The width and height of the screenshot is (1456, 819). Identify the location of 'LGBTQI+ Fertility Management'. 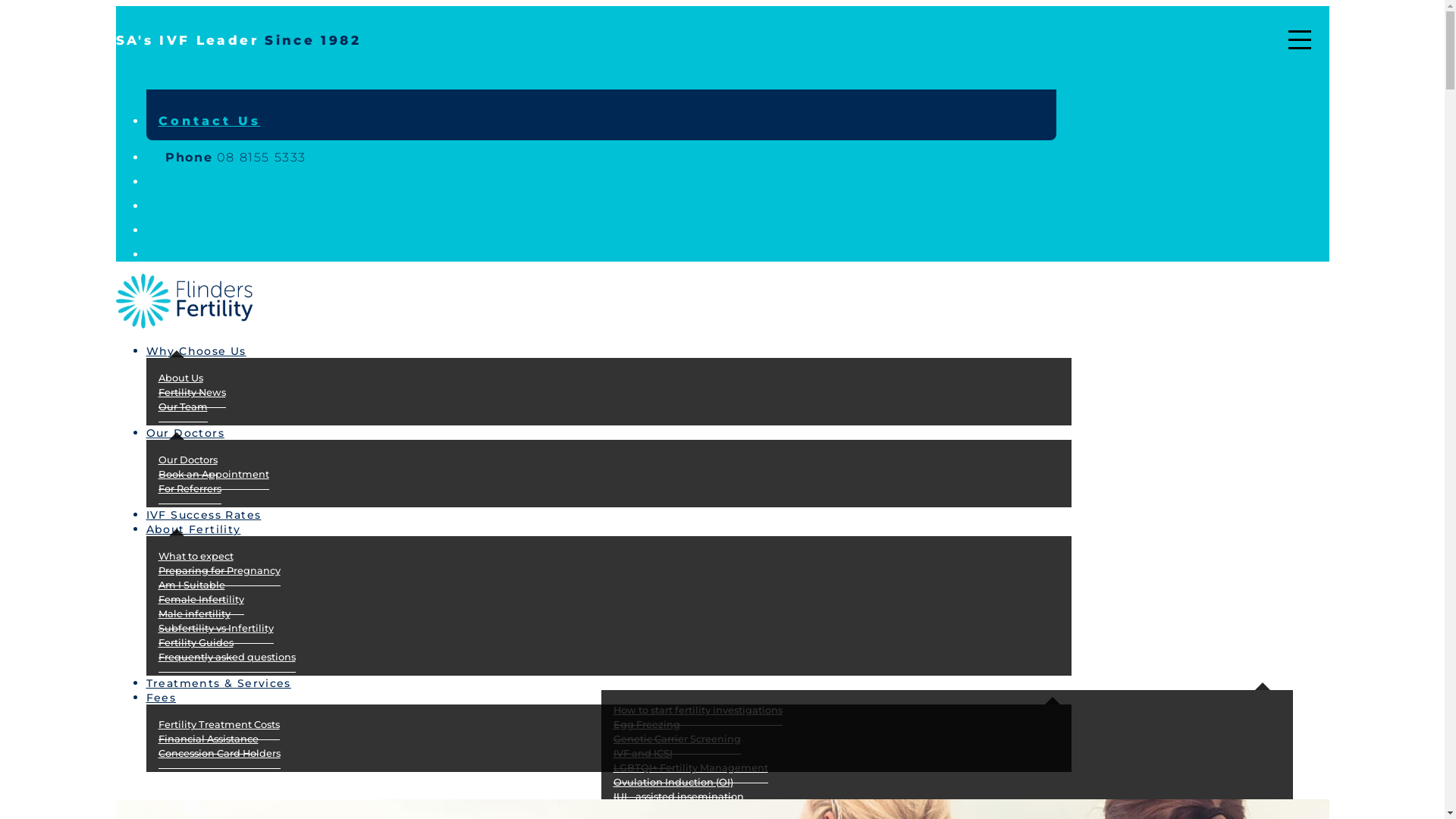
(689, 768).